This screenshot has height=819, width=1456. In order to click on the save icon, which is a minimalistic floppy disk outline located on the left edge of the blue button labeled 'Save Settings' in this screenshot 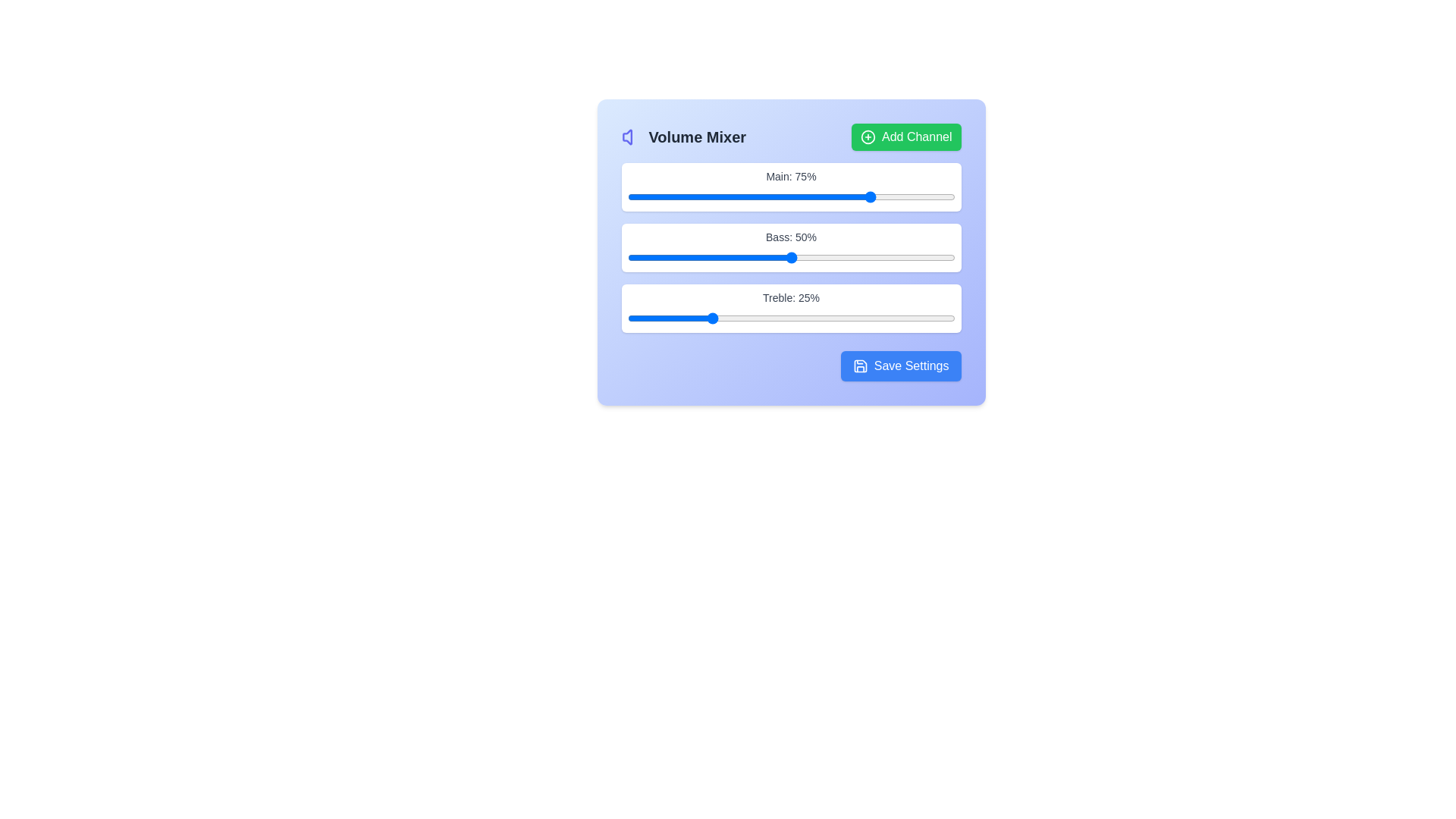, I will do `click(860, 366)`.